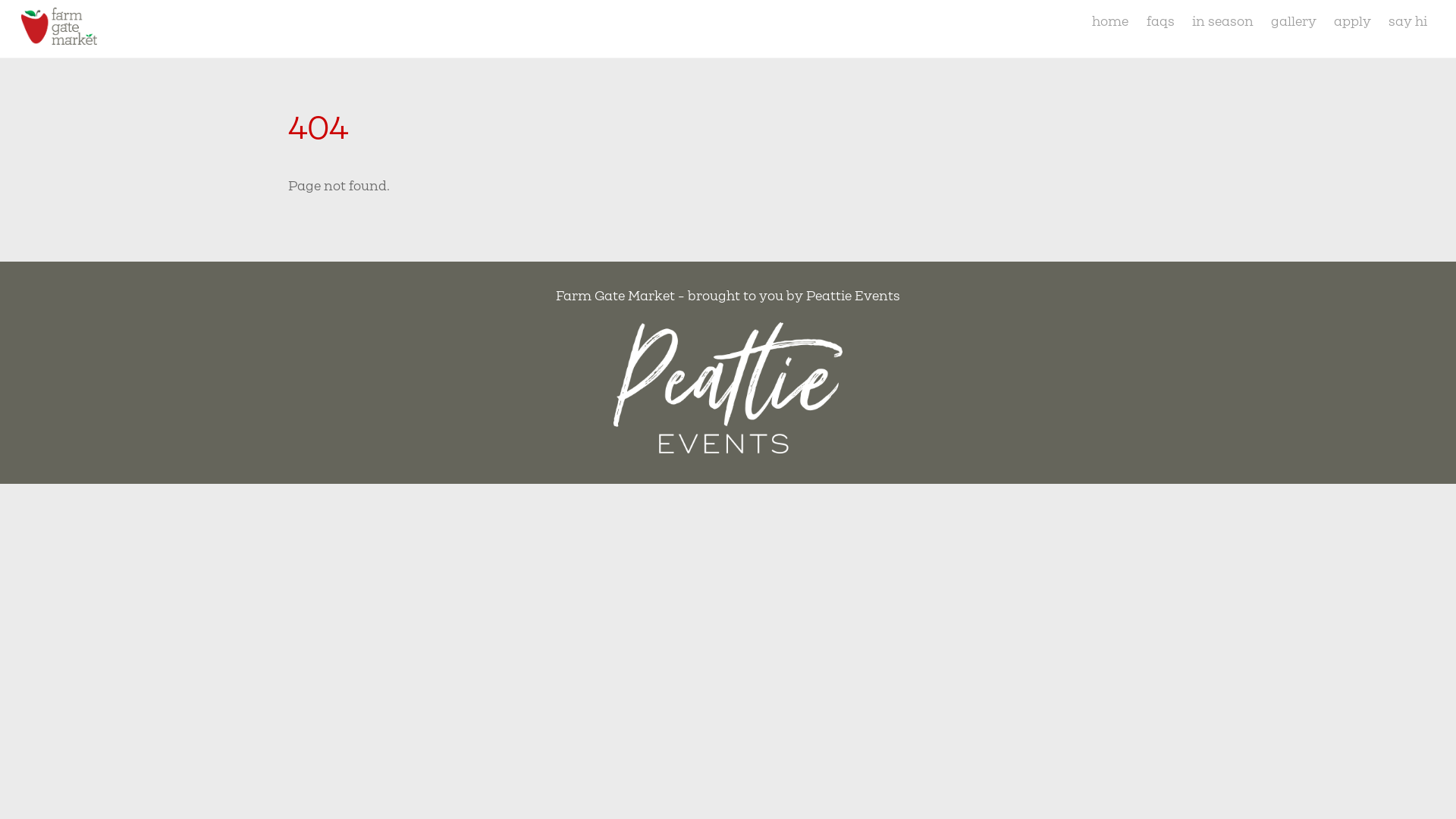 This screenshot has height=819, width=1456. Describe the element at coordinates (58, 36) in the screenshot. I see `'Farm Gate Market'` at that location.